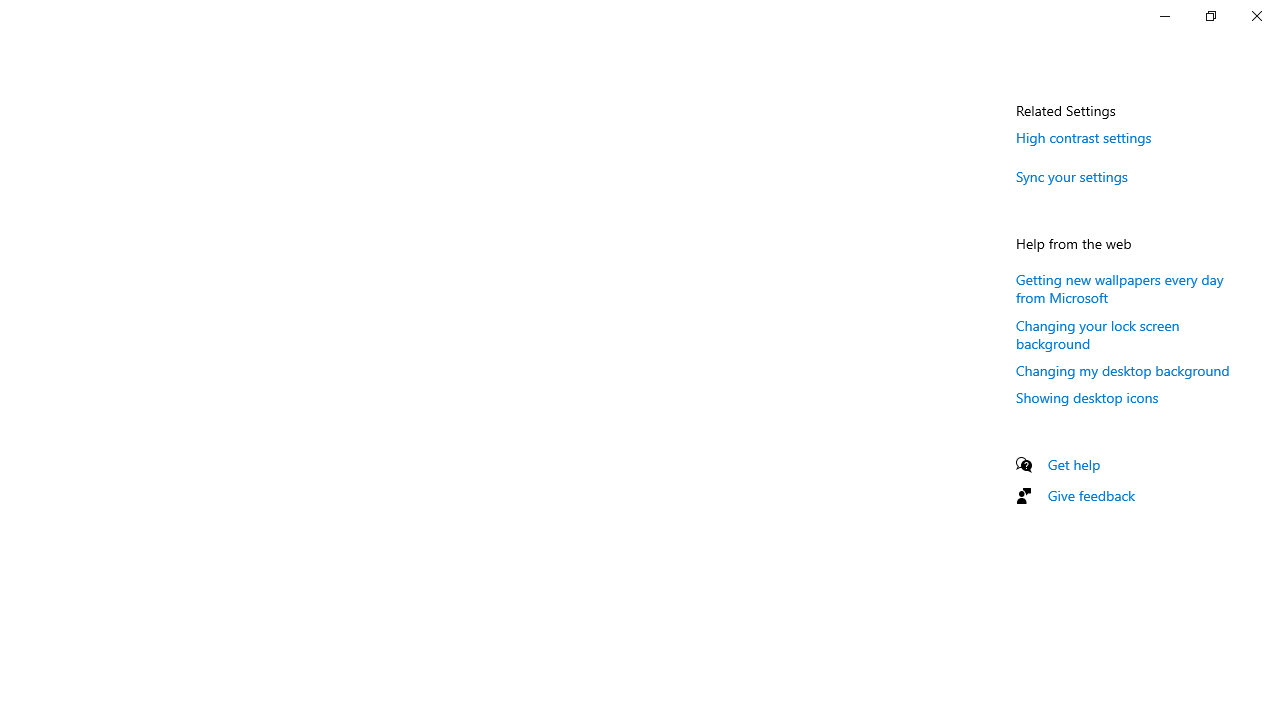 Image resolution: width=1280 pixels, height=720 pixels. Describe the element at coordinates (1209, 15) in the screenshot. I see `'Restore Settings'` at that location.